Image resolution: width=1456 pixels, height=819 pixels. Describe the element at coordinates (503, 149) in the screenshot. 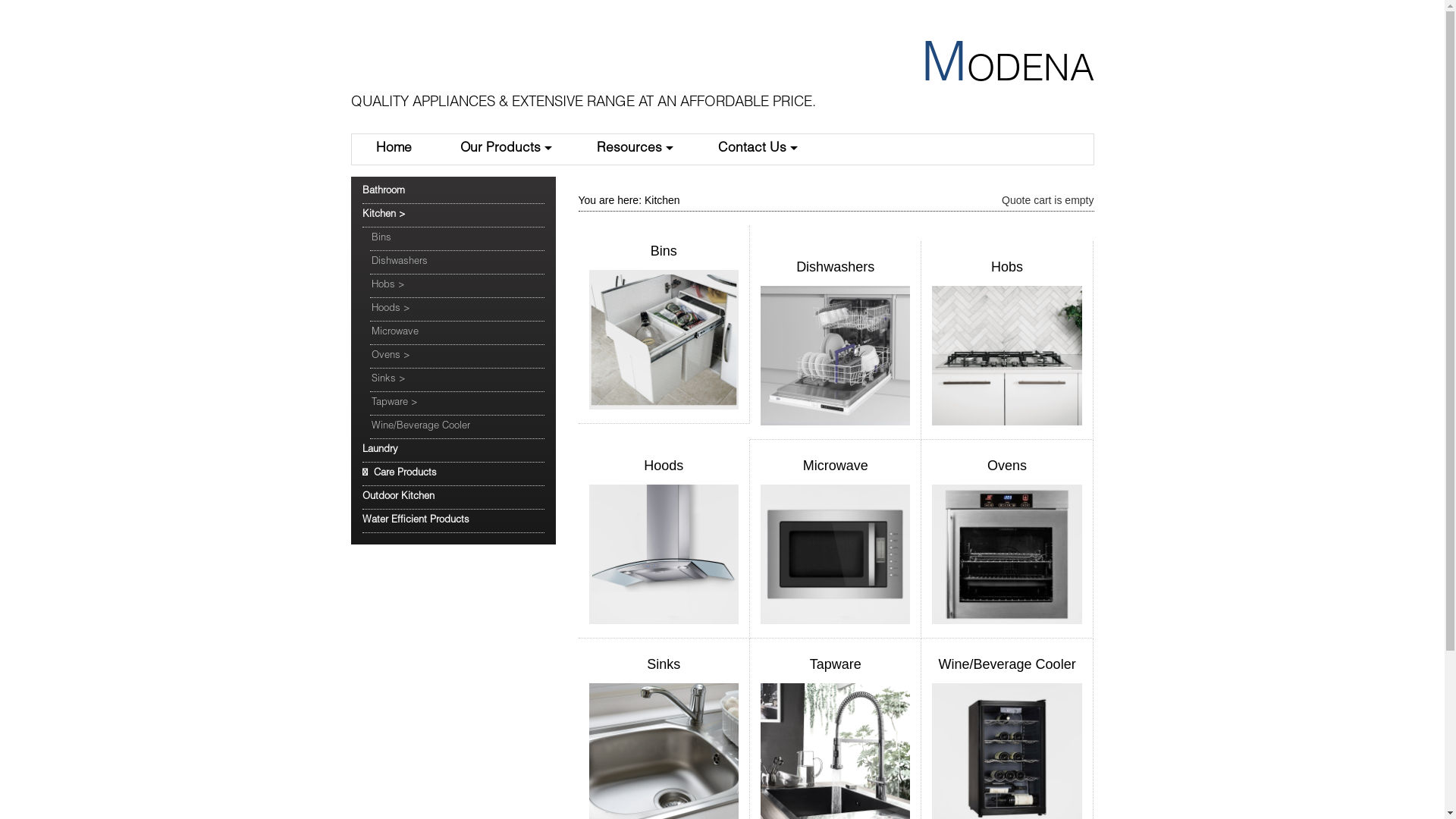

I see `'Our Products'` at that location.